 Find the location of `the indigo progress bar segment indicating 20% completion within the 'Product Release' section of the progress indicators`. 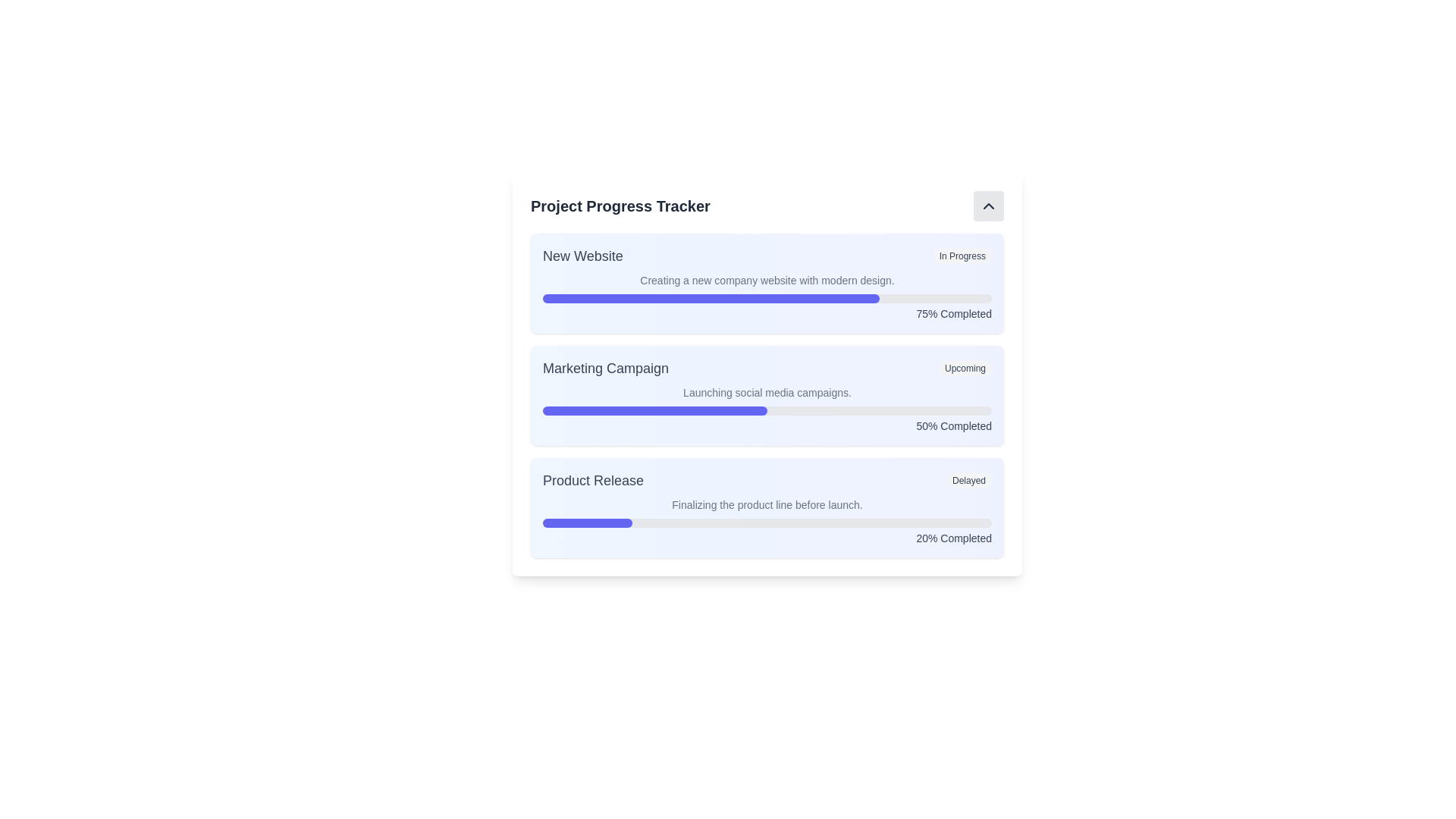

the indigo progress bar segment indicating 20% completion within the 'Product Release' section of the progress indicators is located at coordinates (587, 522).